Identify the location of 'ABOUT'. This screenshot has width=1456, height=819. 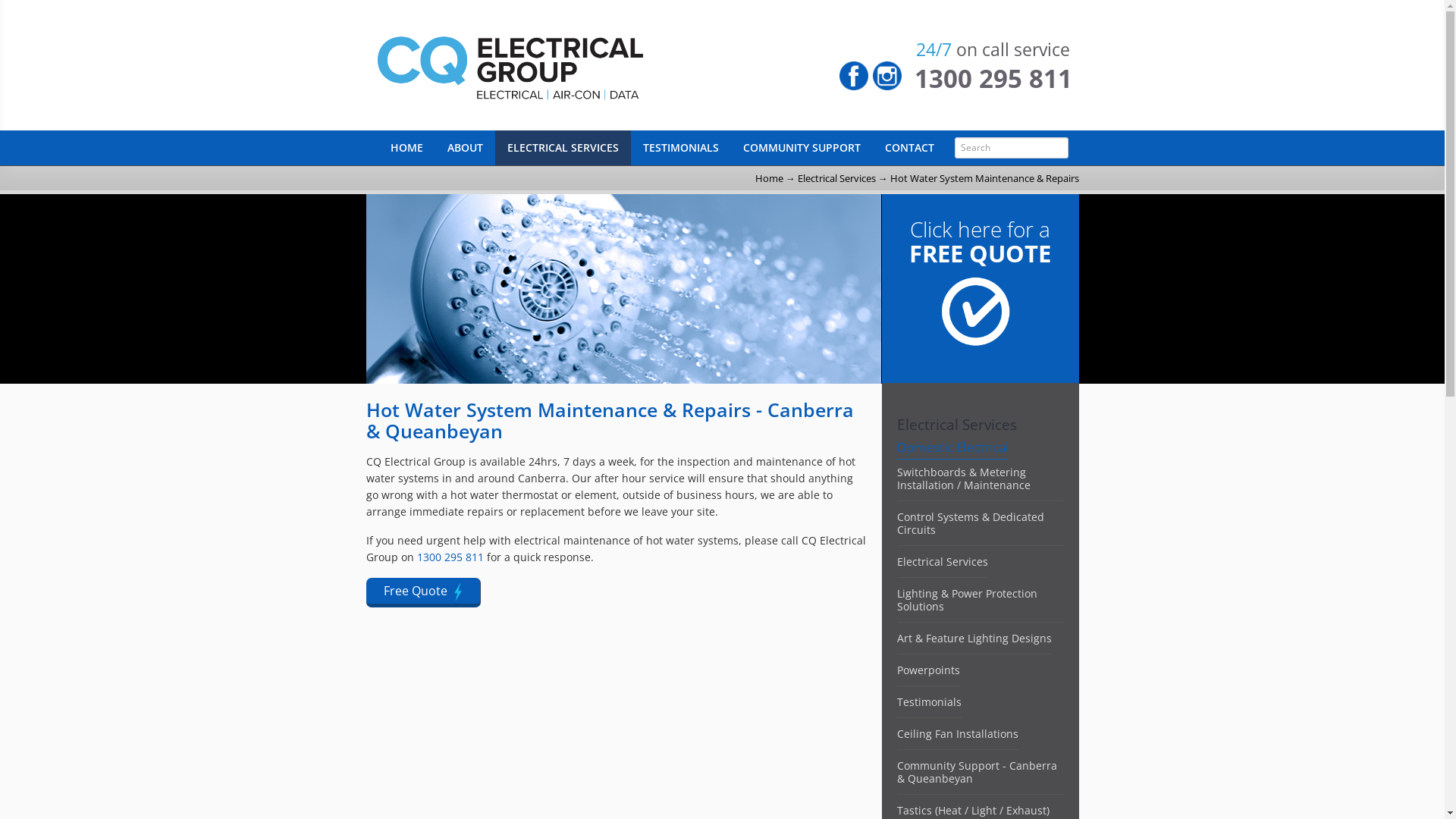
(464, 148).